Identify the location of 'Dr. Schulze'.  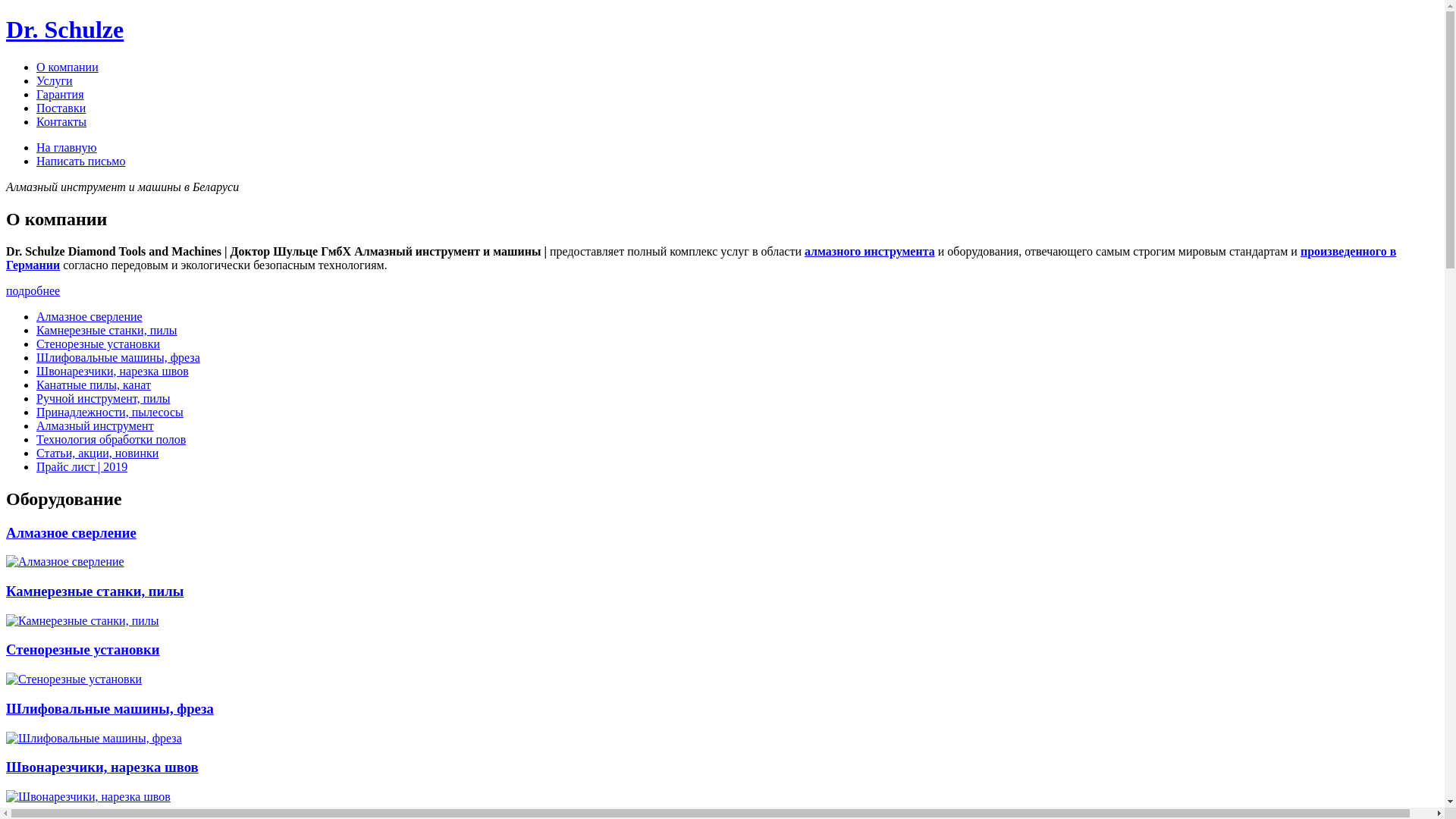
(6, 29).